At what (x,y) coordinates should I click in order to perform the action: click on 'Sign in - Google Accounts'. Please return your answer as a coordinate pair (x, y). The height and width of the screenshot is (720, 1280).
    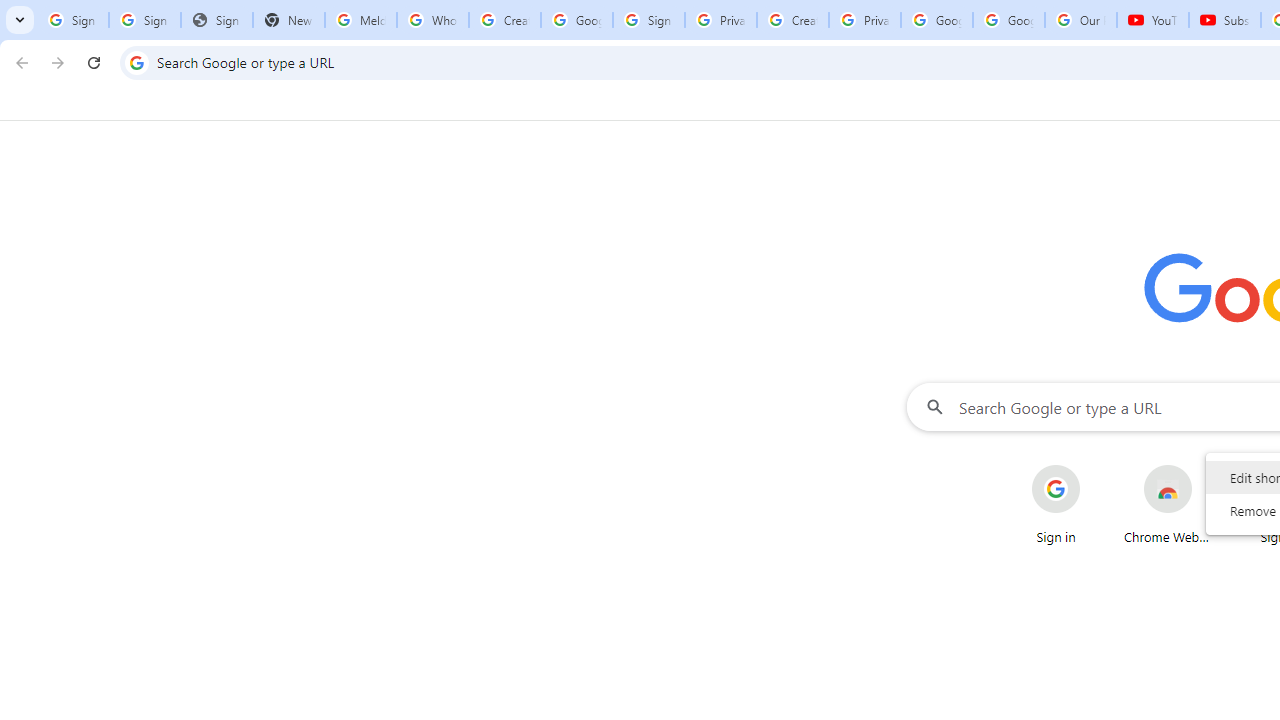
    Looking at the image, I should click on (648, 20).